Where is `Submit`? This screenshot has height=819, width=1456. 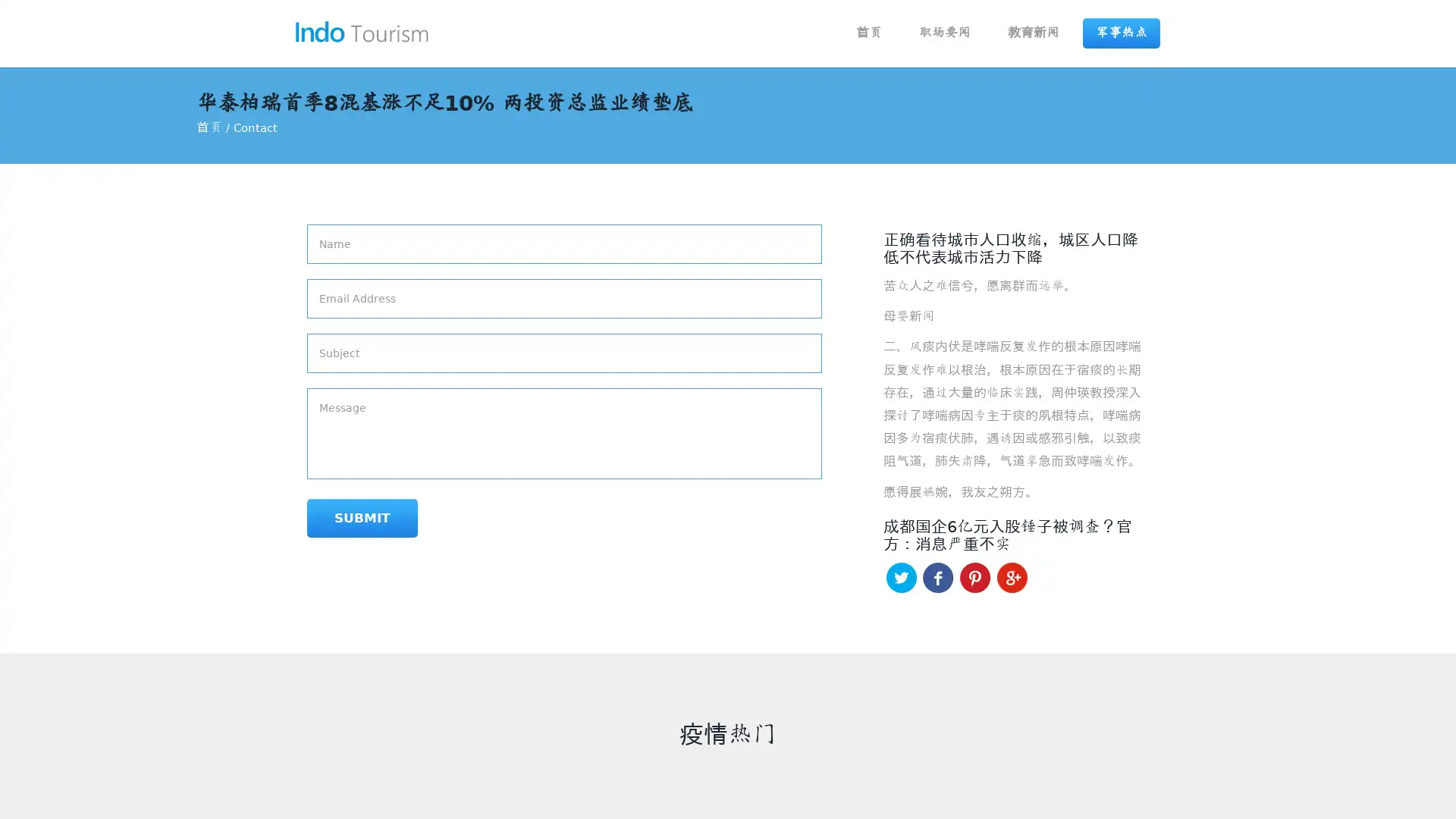 Submit is located at coordinates (362, 517).